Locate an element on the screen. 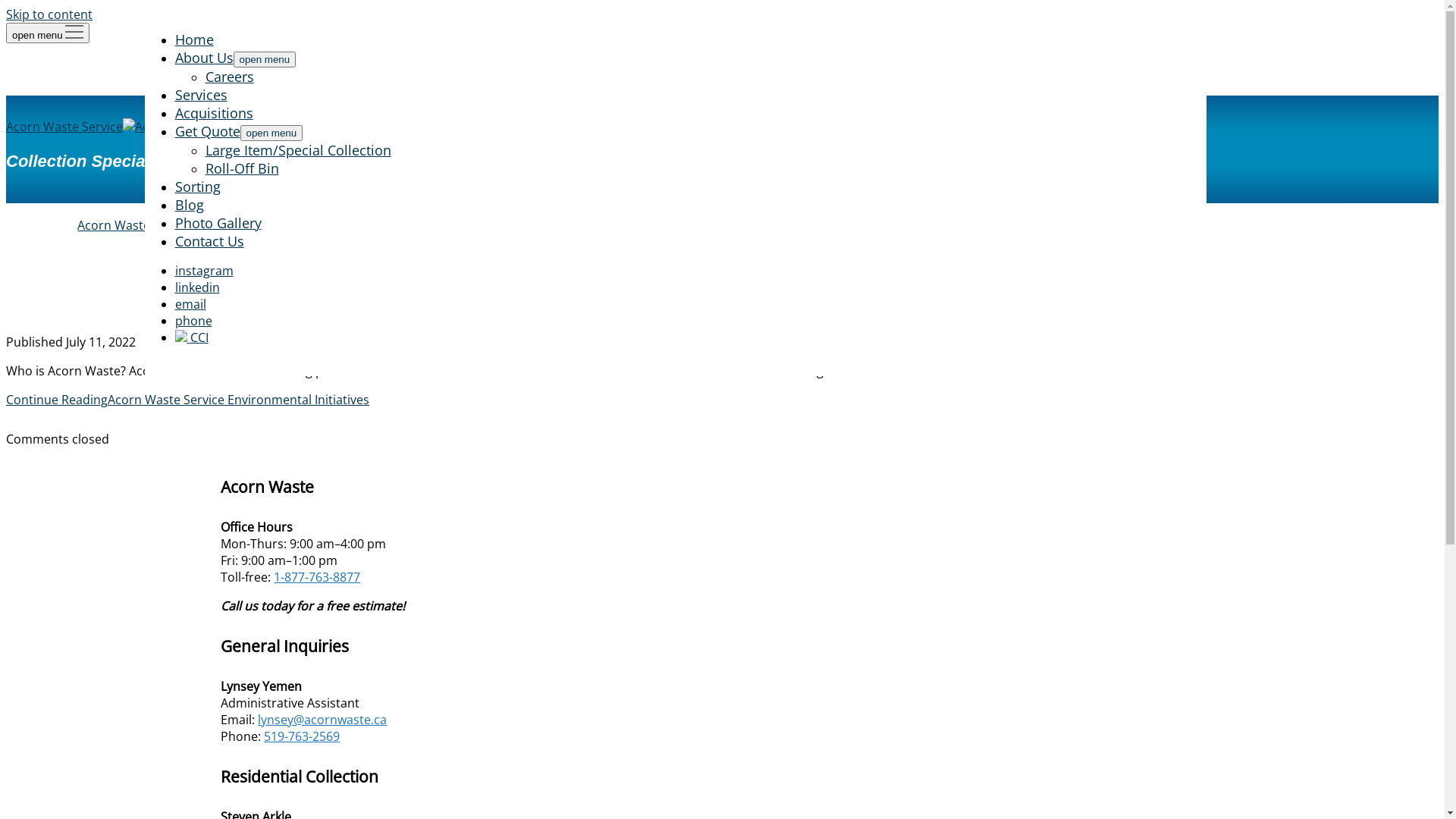 Image resolution: width=1456 pixels, height=819 pixels. 'Home' is located at coordinates (193, 38).